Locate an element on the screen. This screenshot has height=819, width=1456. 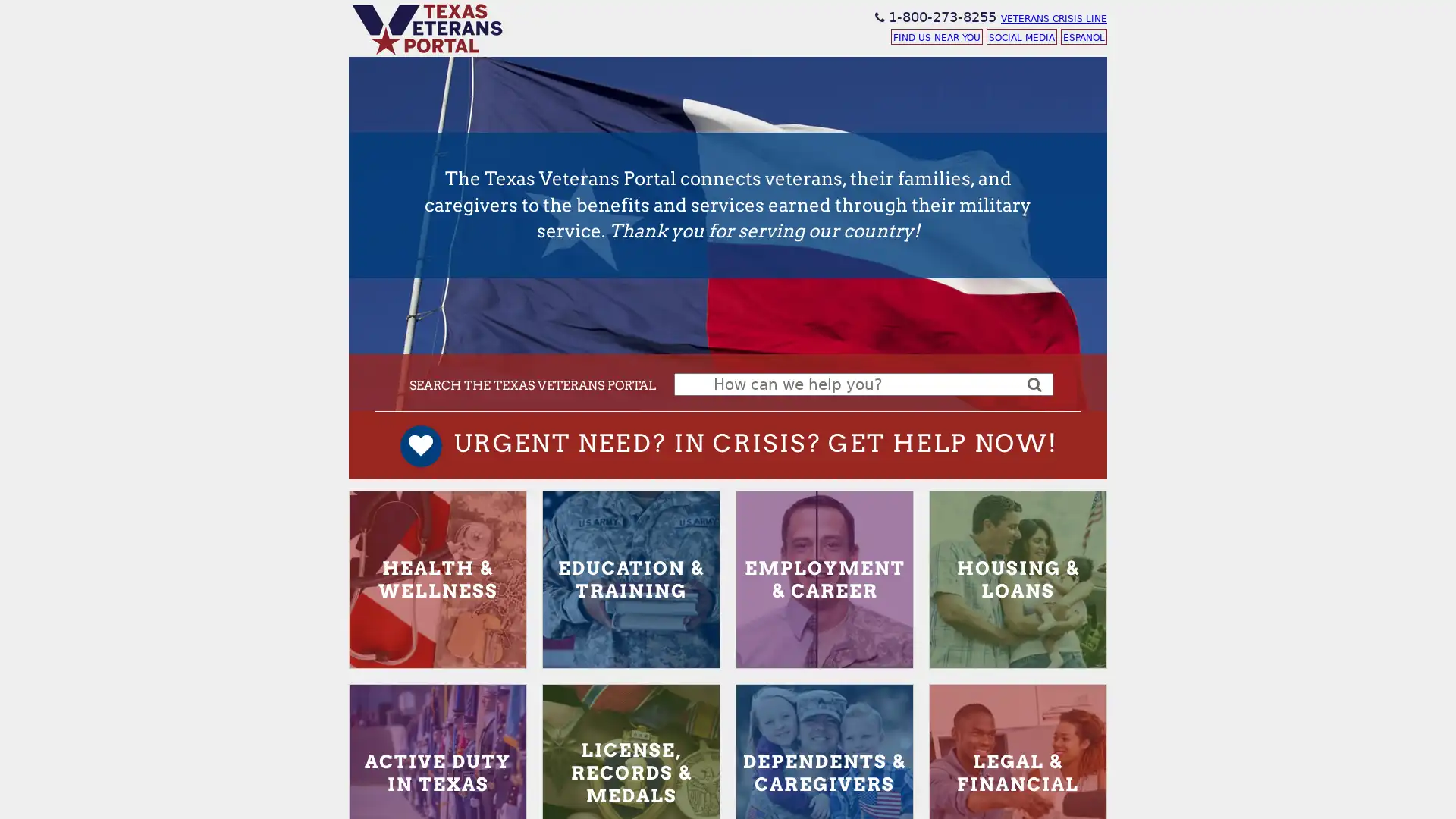
Search is located at coordinates (1034, 382).